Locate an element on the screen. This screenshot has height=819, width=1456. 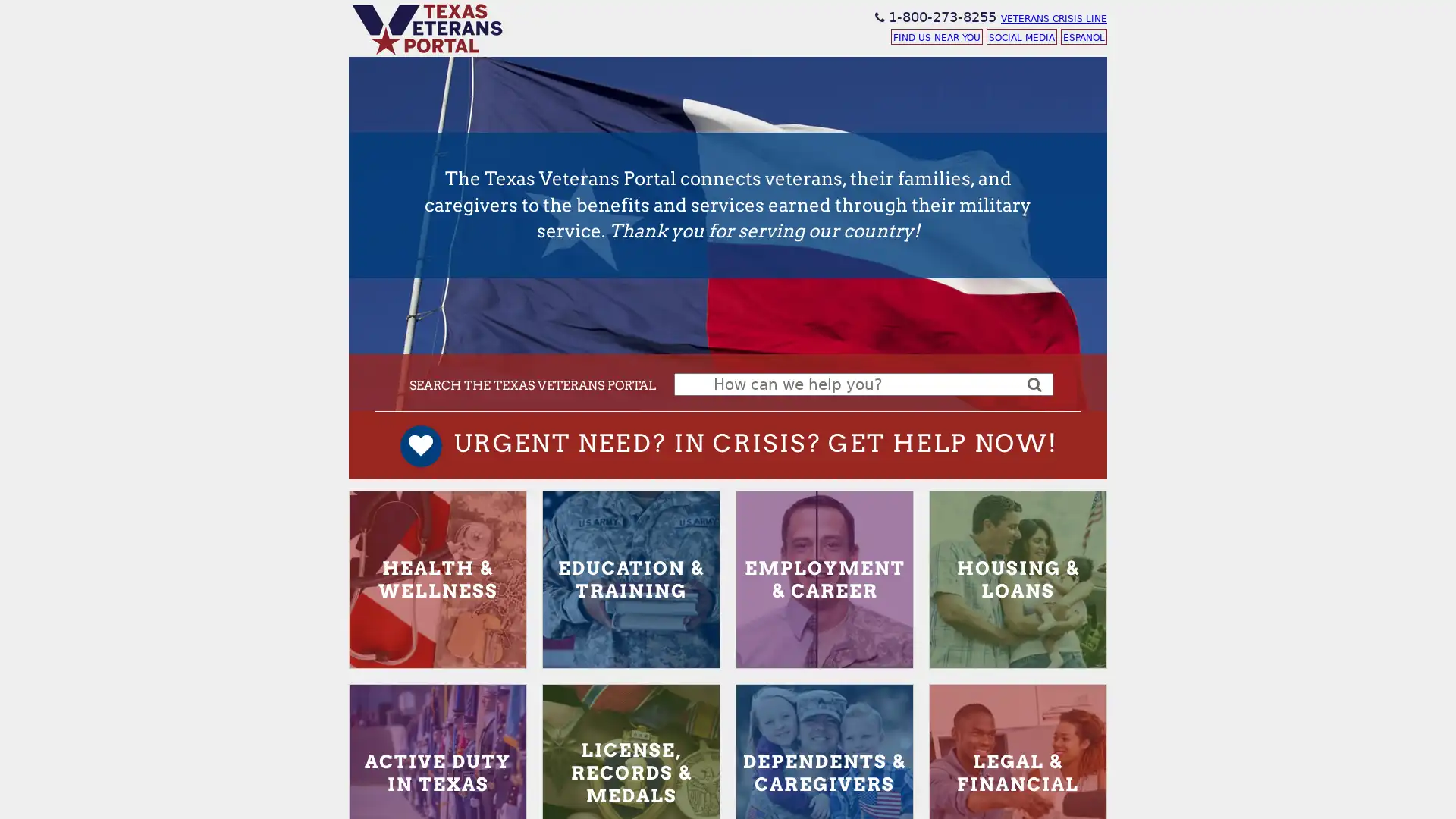
Search is located at coordinates (1034, 382).